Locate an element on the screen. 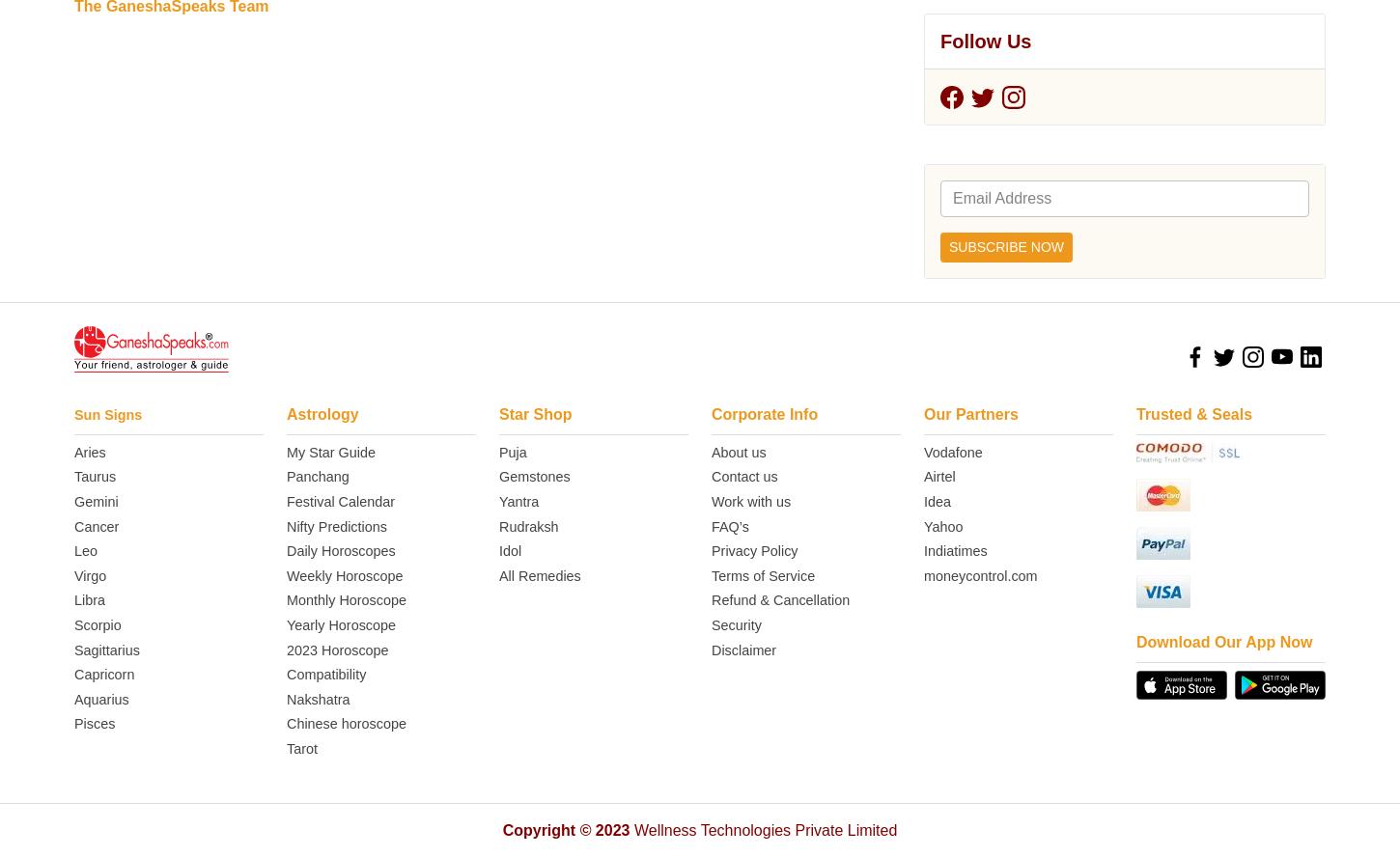 The height and width of the screenshot is (857, 1400). 'Copyright © 2023' is located at coordinates (565, 218).